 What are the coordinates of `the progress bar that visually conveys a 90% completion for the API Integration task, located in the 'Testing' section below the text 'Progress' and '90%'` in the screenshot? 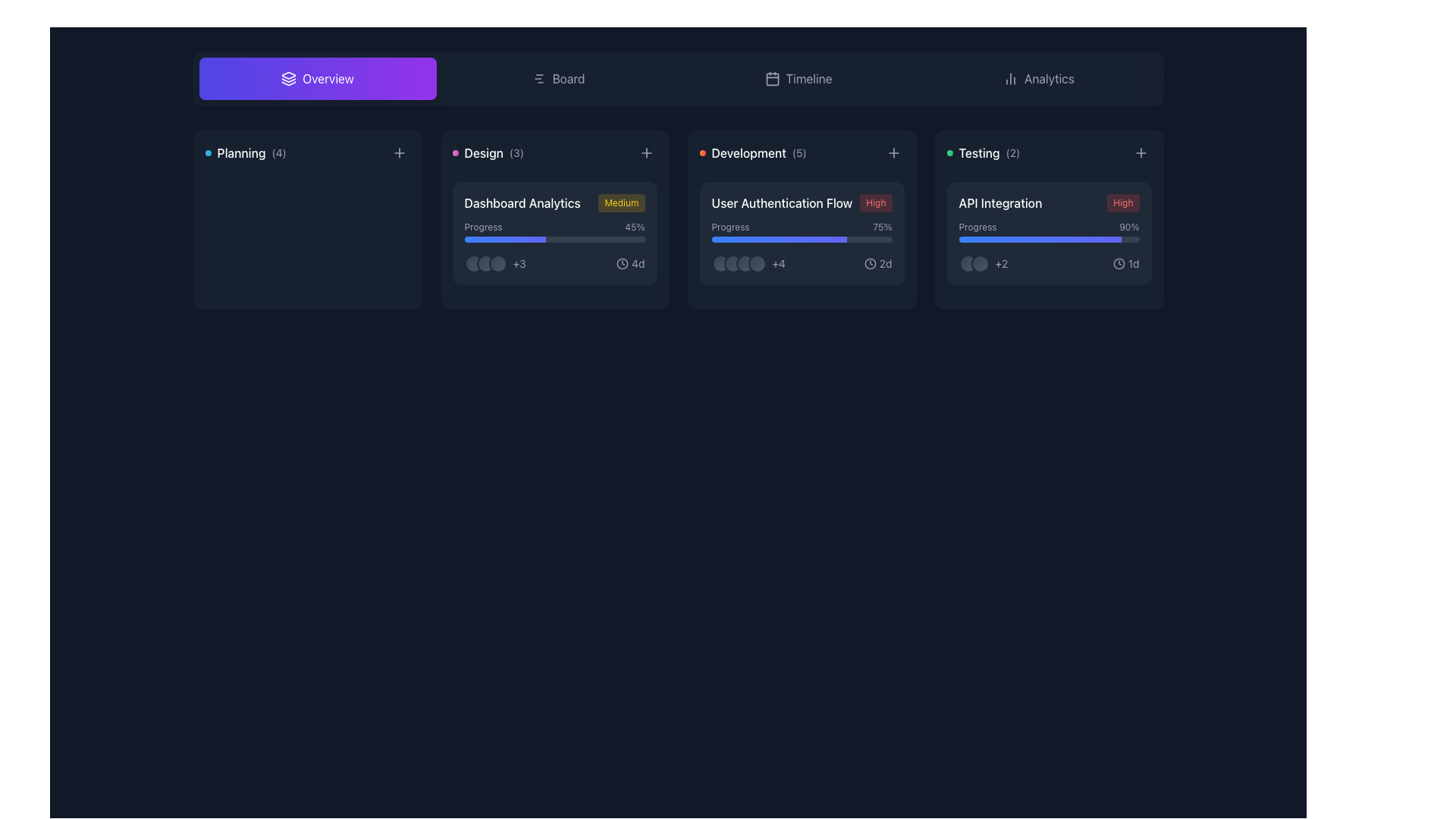 It's located at (1048, 239).